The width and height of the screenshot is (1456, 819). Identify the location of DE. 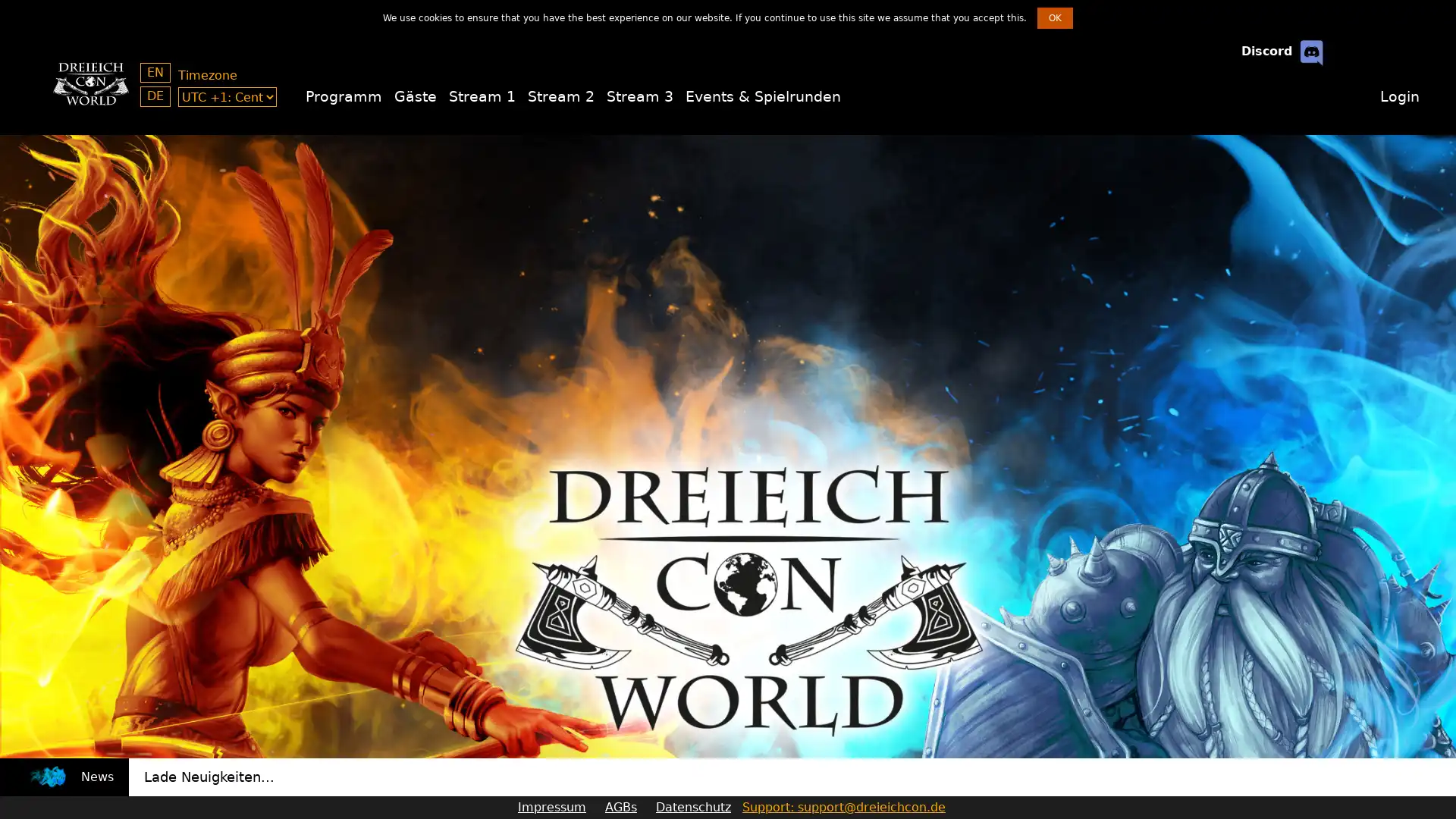
(155, 96).